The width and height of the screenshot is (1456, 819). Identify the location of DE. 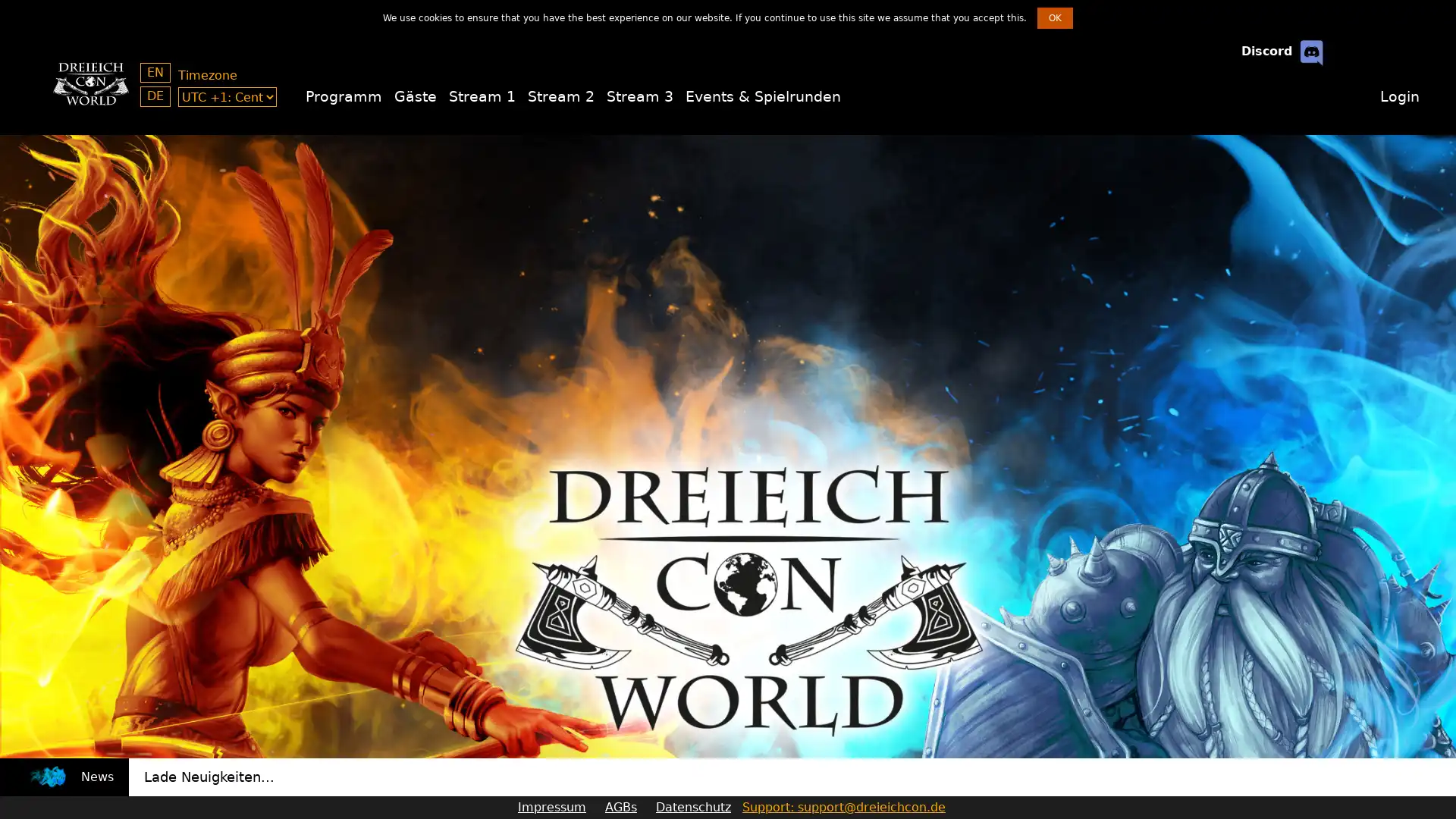
(155, 96).